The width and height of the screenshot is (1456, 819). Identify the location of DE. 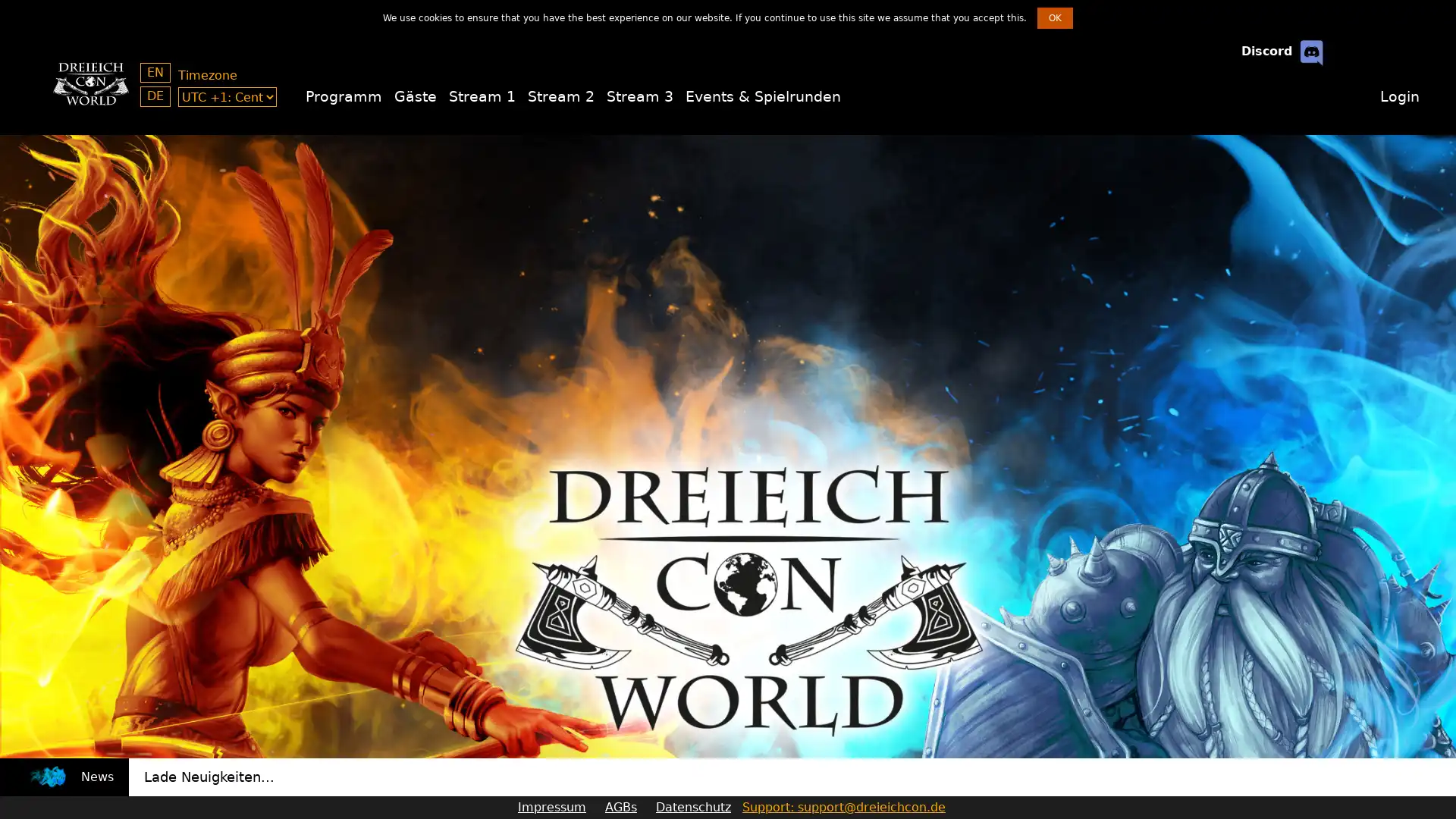
(155, 96).